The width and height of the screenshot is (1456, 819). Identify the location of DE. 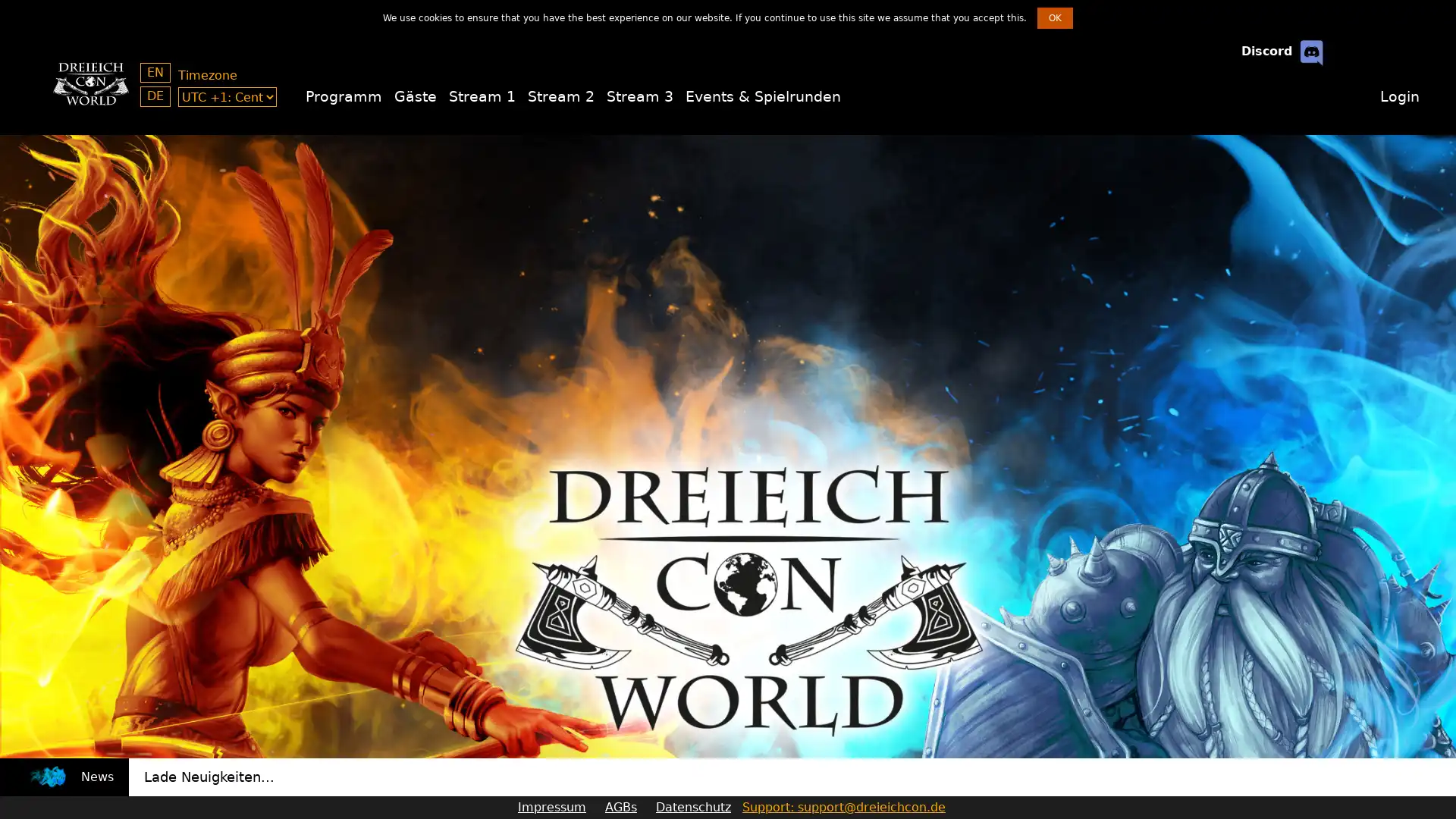
(155, 96).